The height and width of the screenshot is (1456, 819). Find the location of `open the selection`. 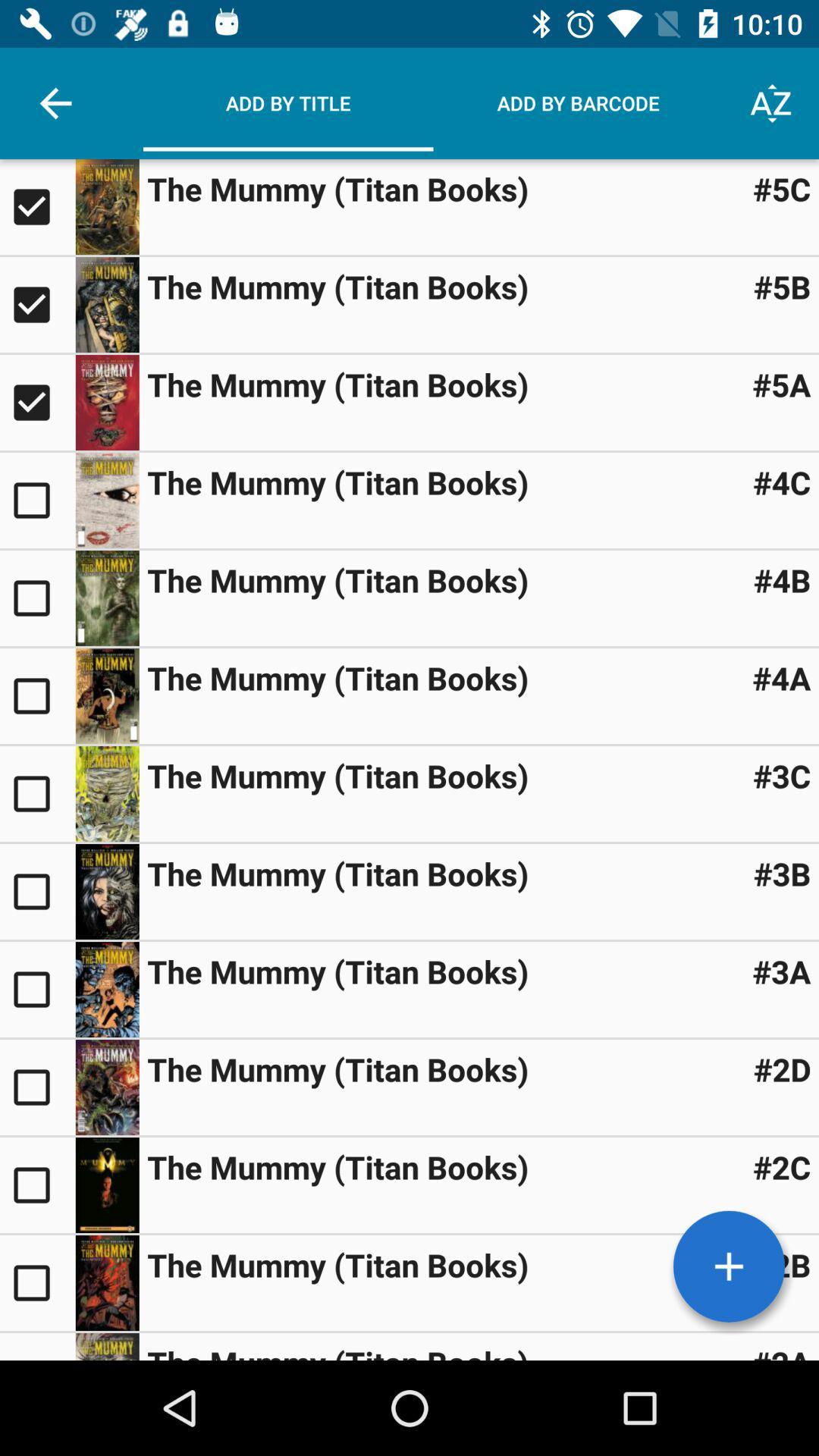

open the selection is located at coordinates (106, 695).